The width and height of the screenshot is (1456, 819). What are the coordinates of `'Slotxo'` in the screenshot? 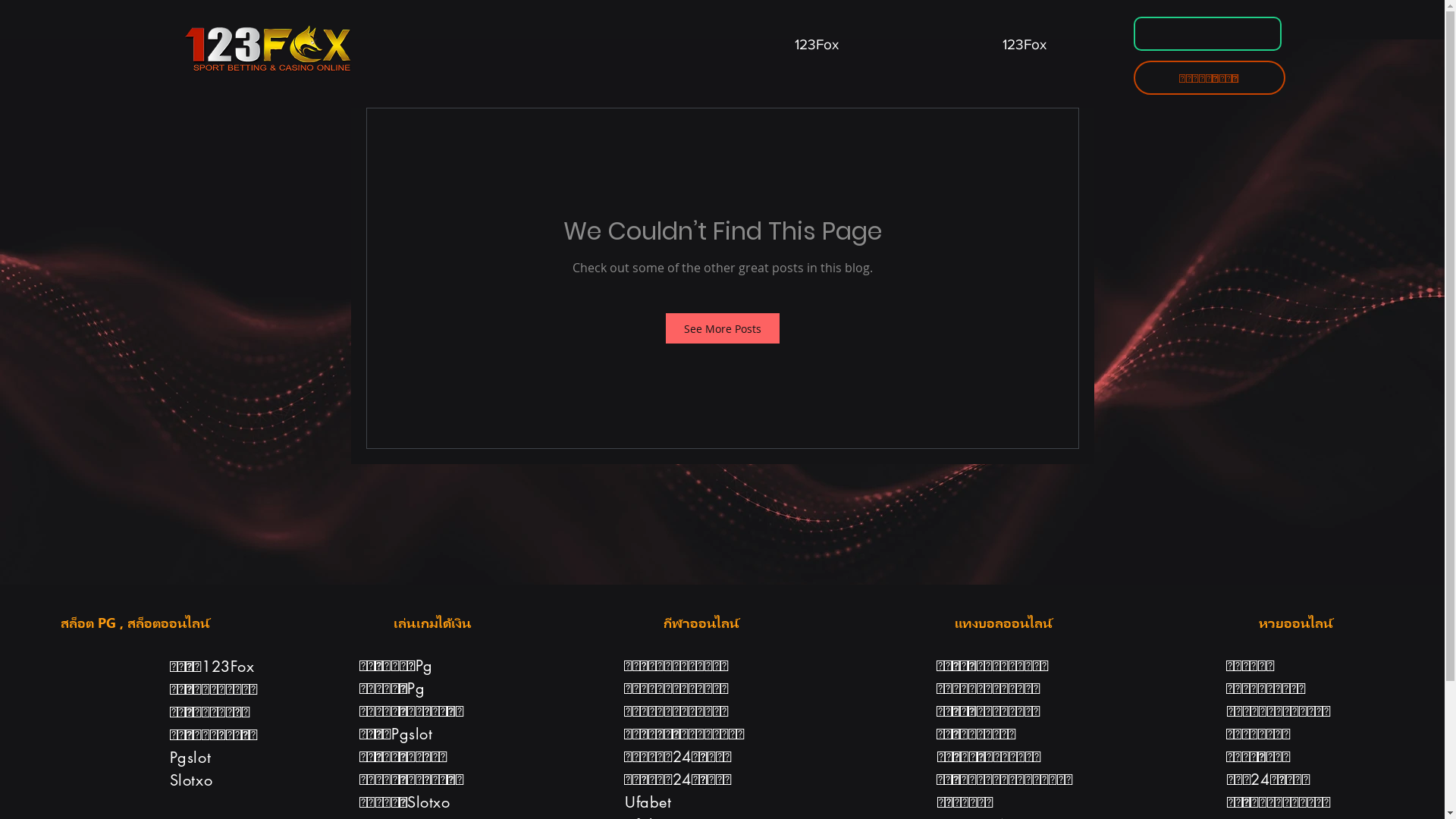 It's located at (190, 780).